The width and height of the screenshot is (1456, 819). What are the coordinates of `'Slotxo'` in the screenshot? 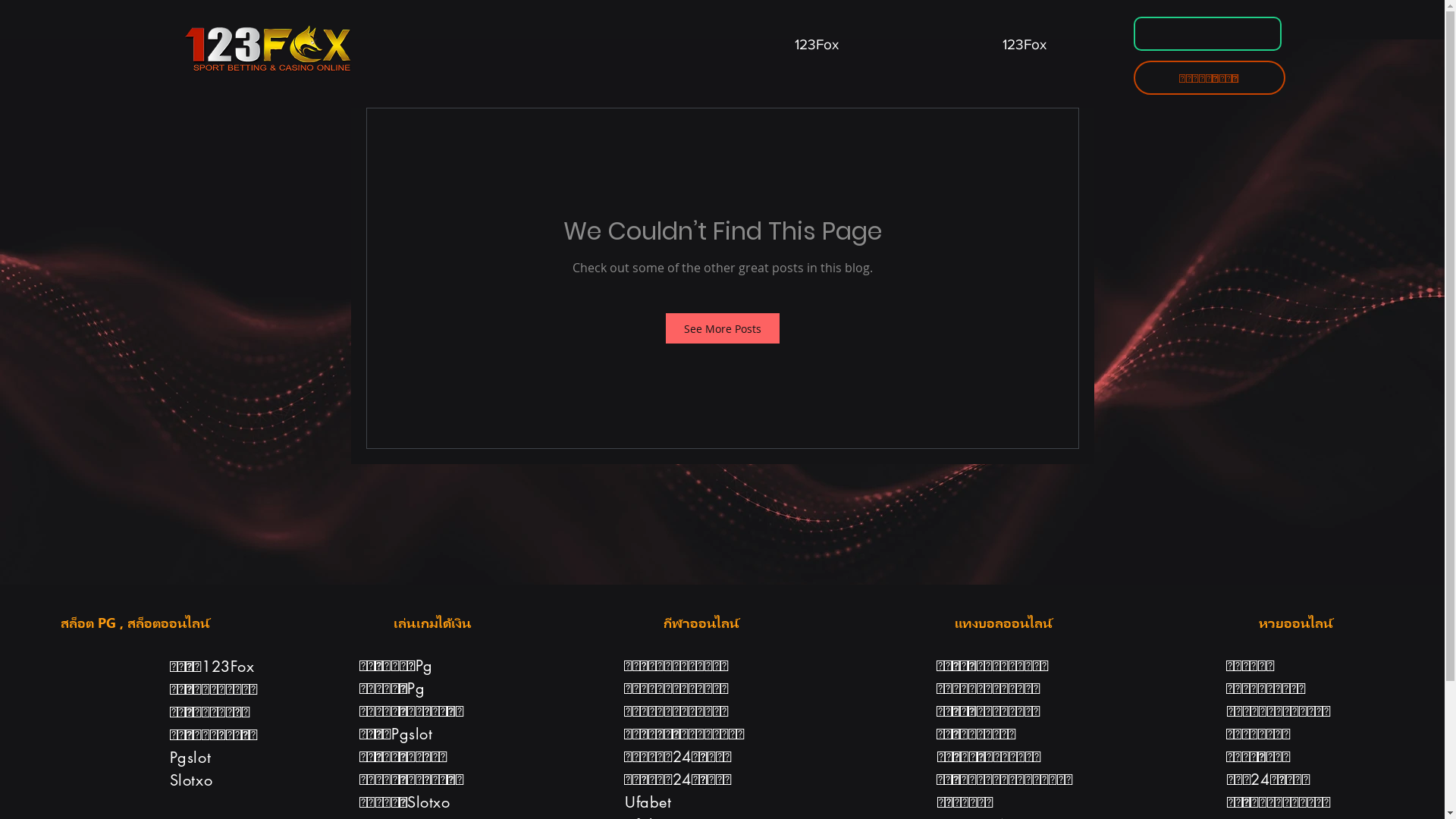 It's located at (190, 780).